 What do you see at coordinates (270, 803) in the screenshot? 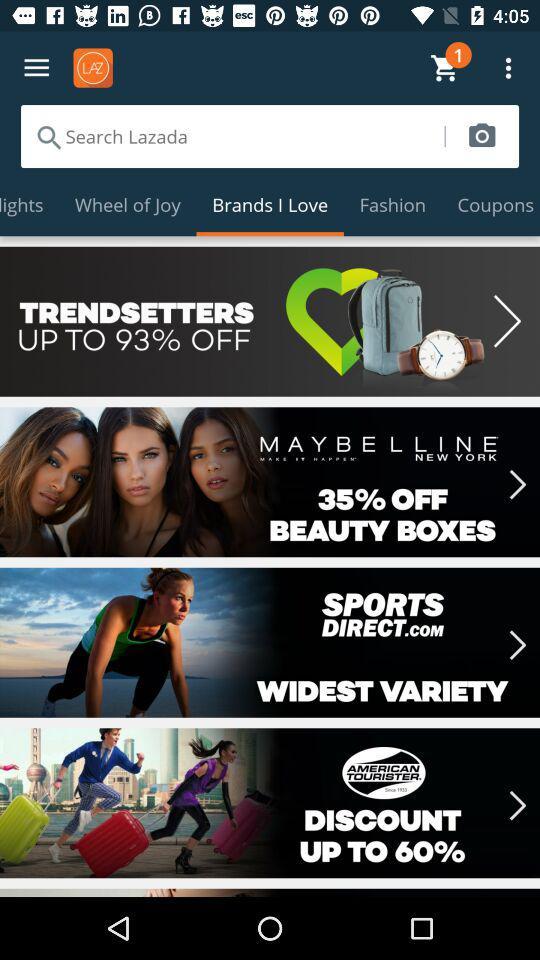
I see `current option` at bounding box center [270, 803].